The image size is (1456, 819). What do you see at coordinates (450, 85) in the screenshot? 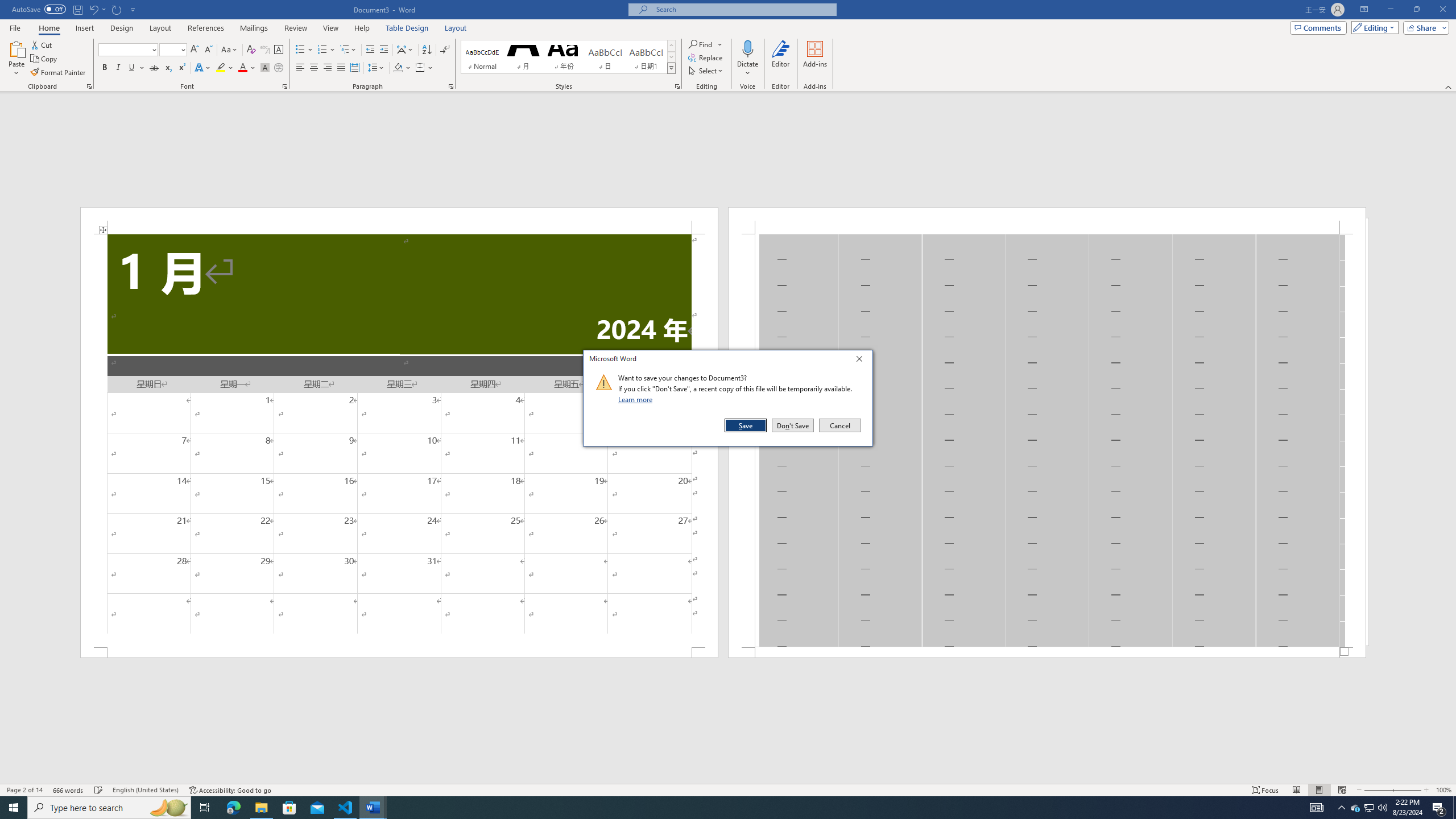
I see `'Paragraph...'` at bounding box center [450, 85].